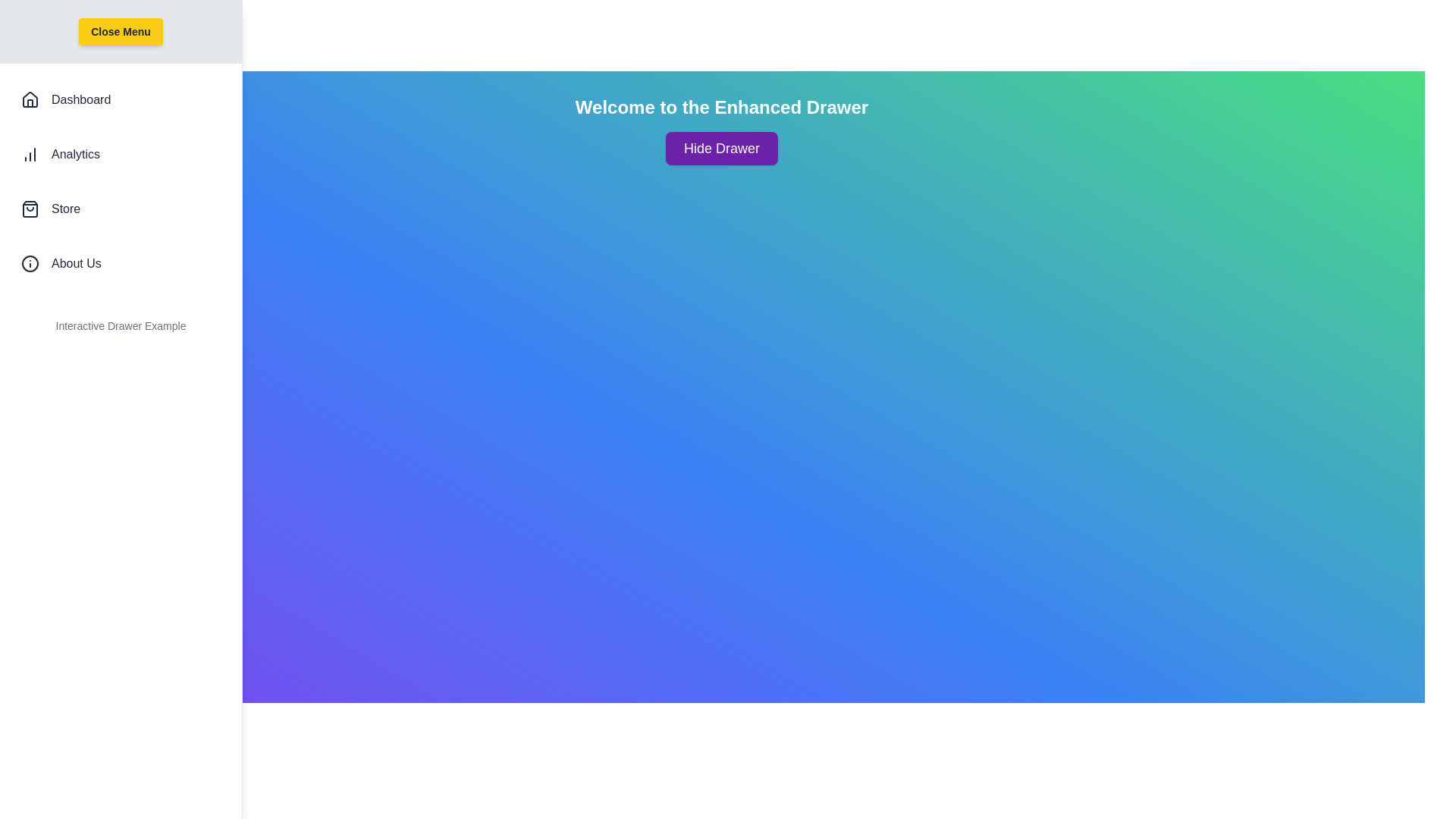 The image size is (1456, 819). I want to click on the 'About Us' list item in the drawer to navigate to the corresponding section, so click(120, 262).